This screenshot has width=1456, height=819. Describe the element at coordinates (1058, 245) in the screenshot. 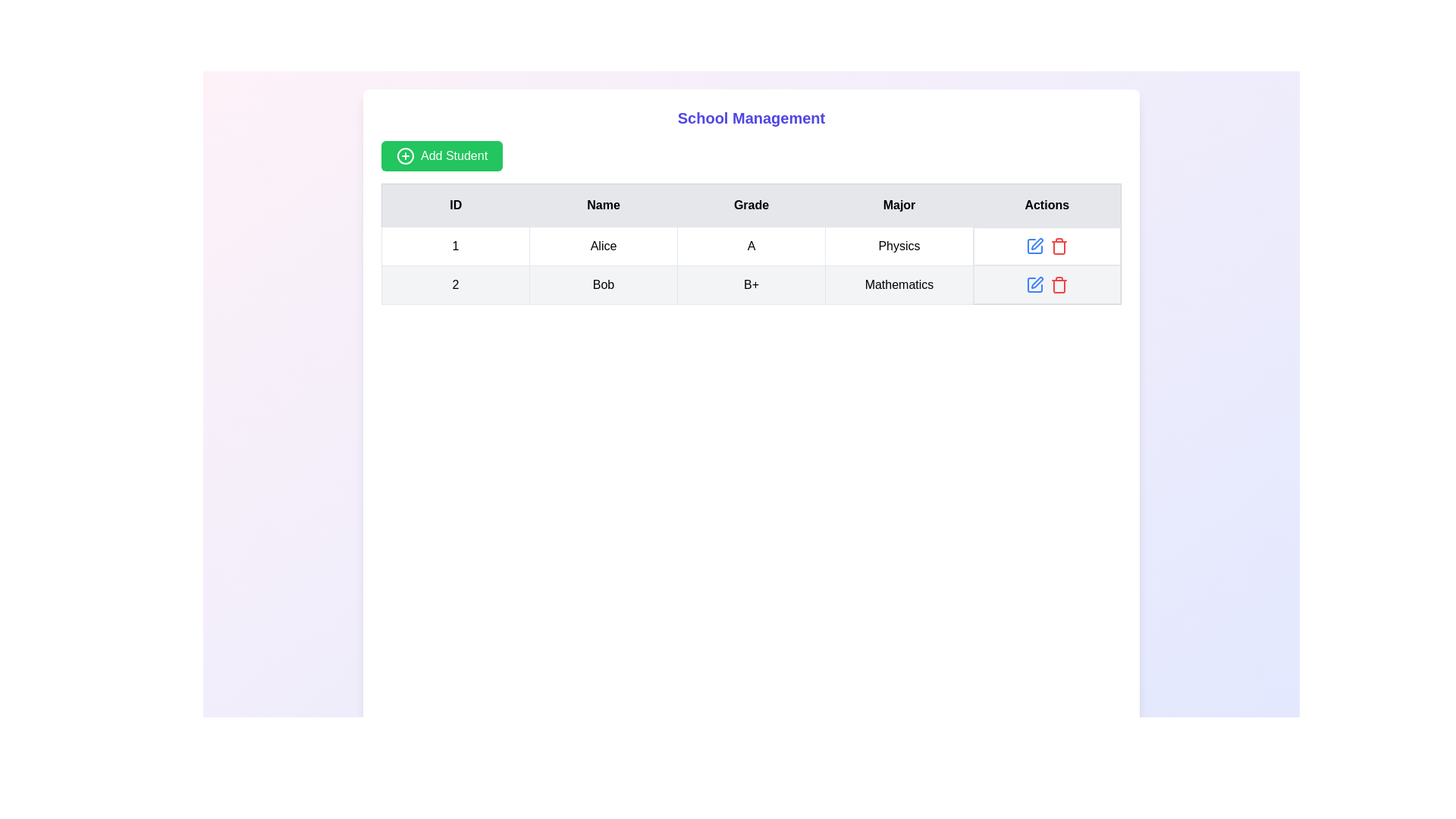

I see `the delete icon button located in the second row under the 'Actions' column` at that location.